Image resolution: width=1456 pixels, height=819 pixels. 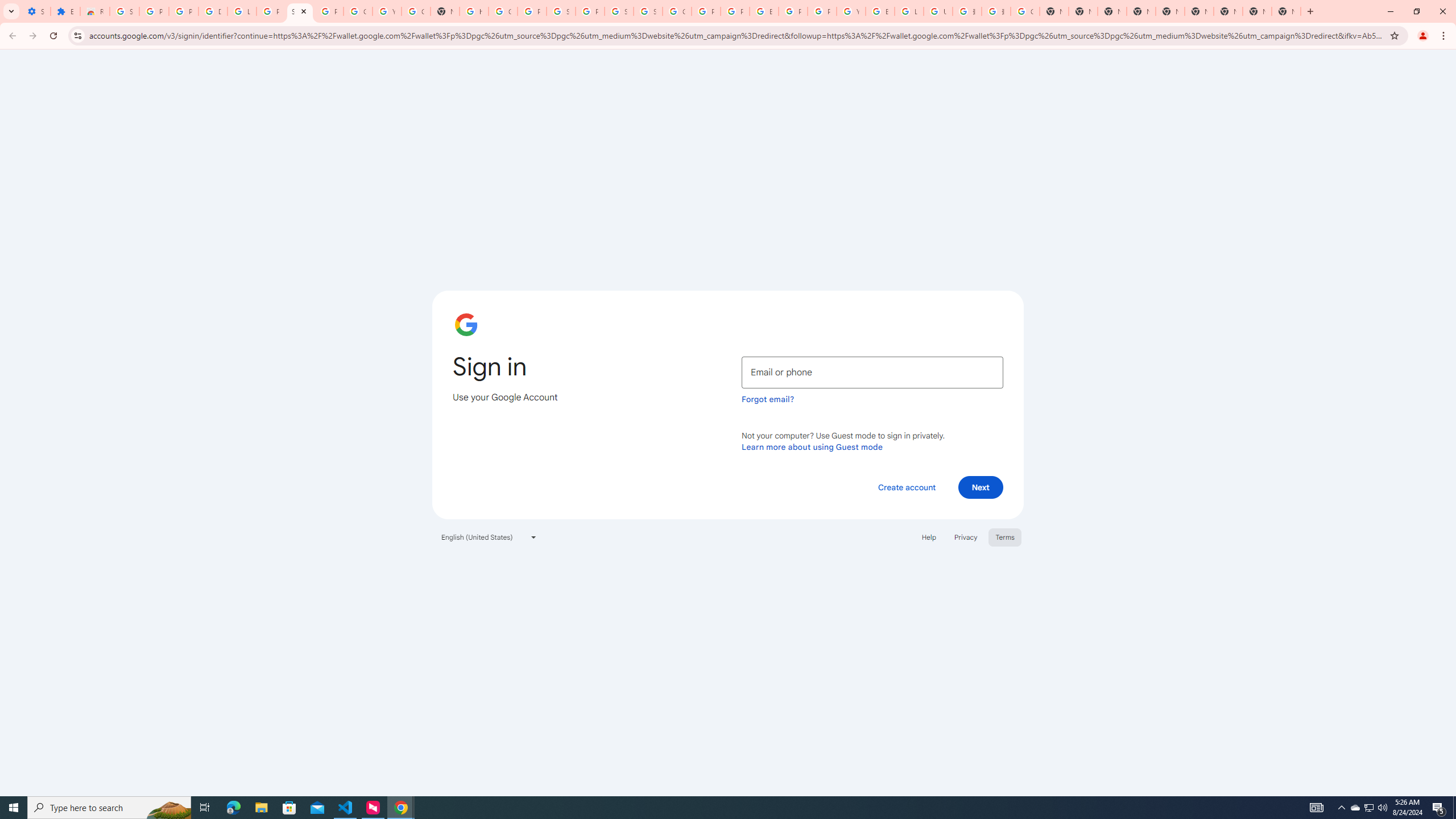 What do you see at coordinates (65, 11) in the screenshot?
I see `'Extensions'` at bounding box center [65, 11].